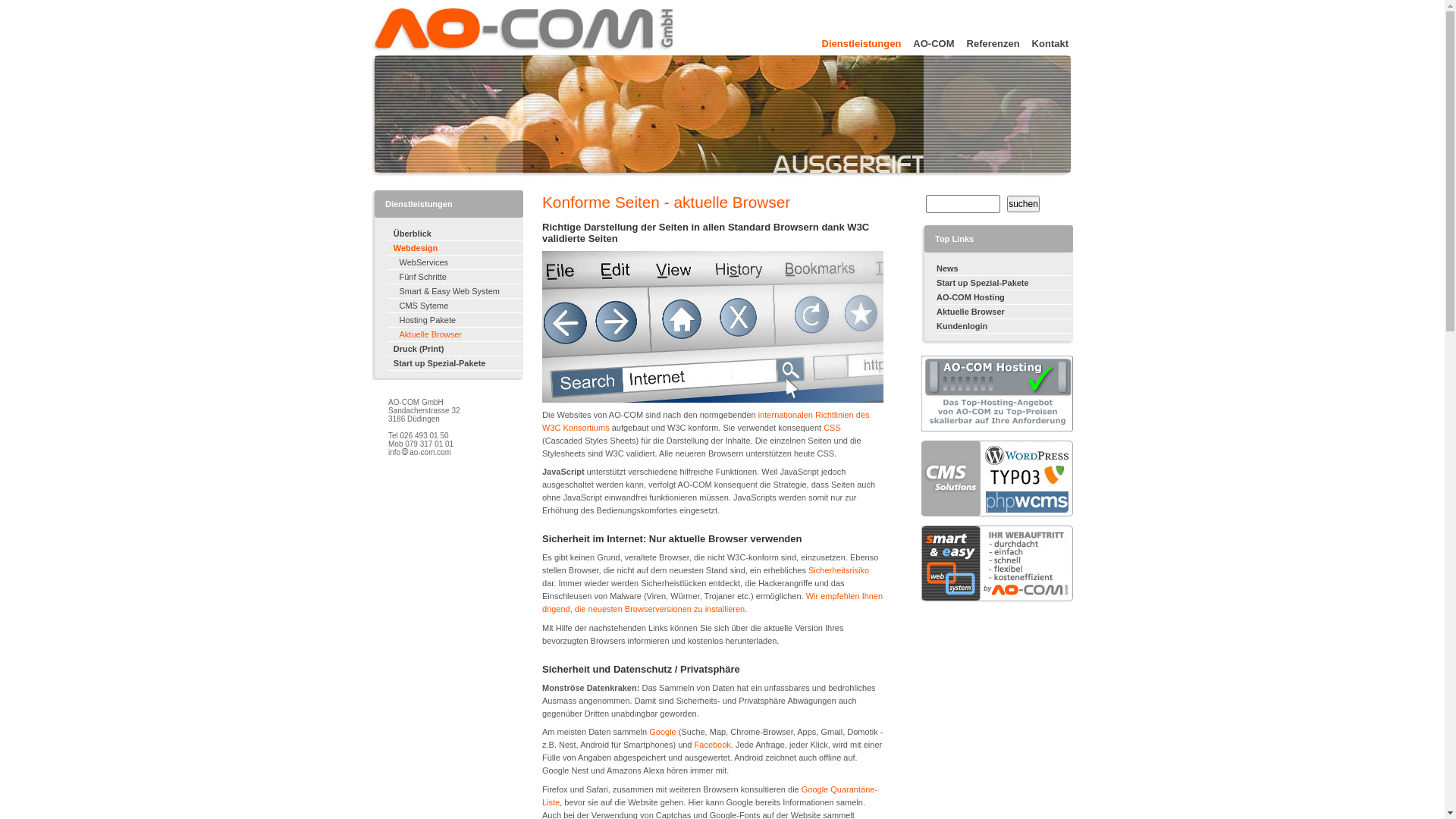 The image size is (1456, 819). I want to click on 'Smart & Easy Web System', so click(454, 291).